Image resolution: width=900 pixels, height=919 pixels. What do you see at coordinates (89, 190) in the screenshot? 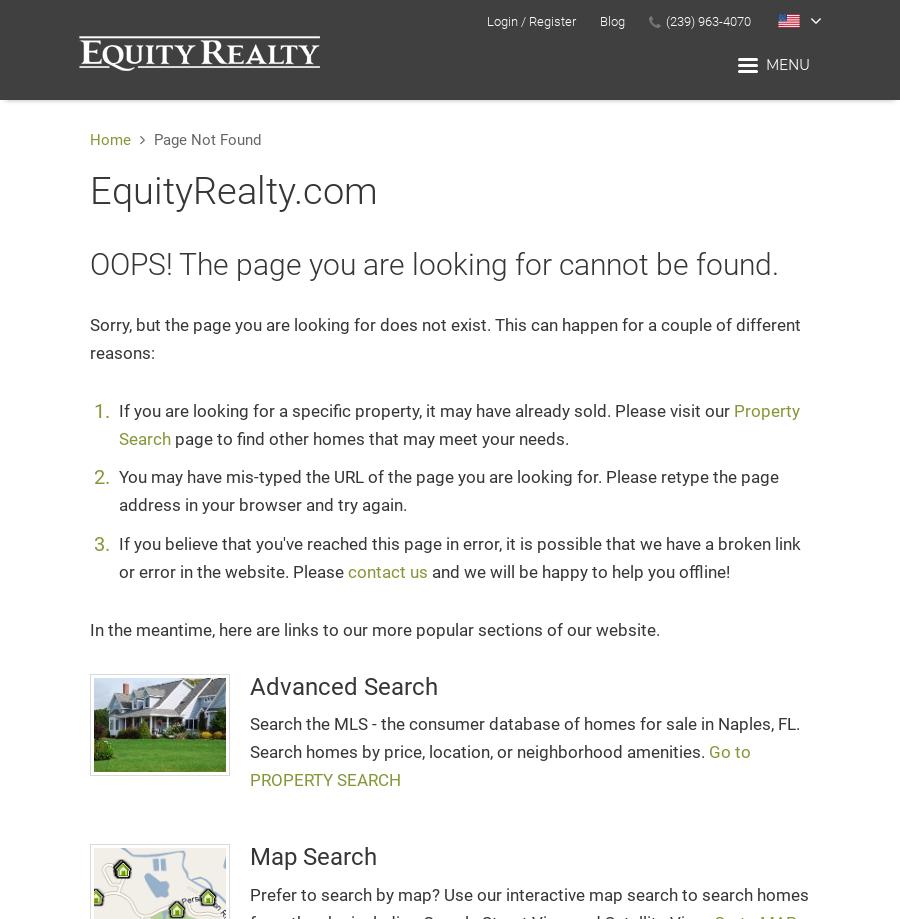
I see `'EquityRealty.com'` at bounding box center [89, 190].